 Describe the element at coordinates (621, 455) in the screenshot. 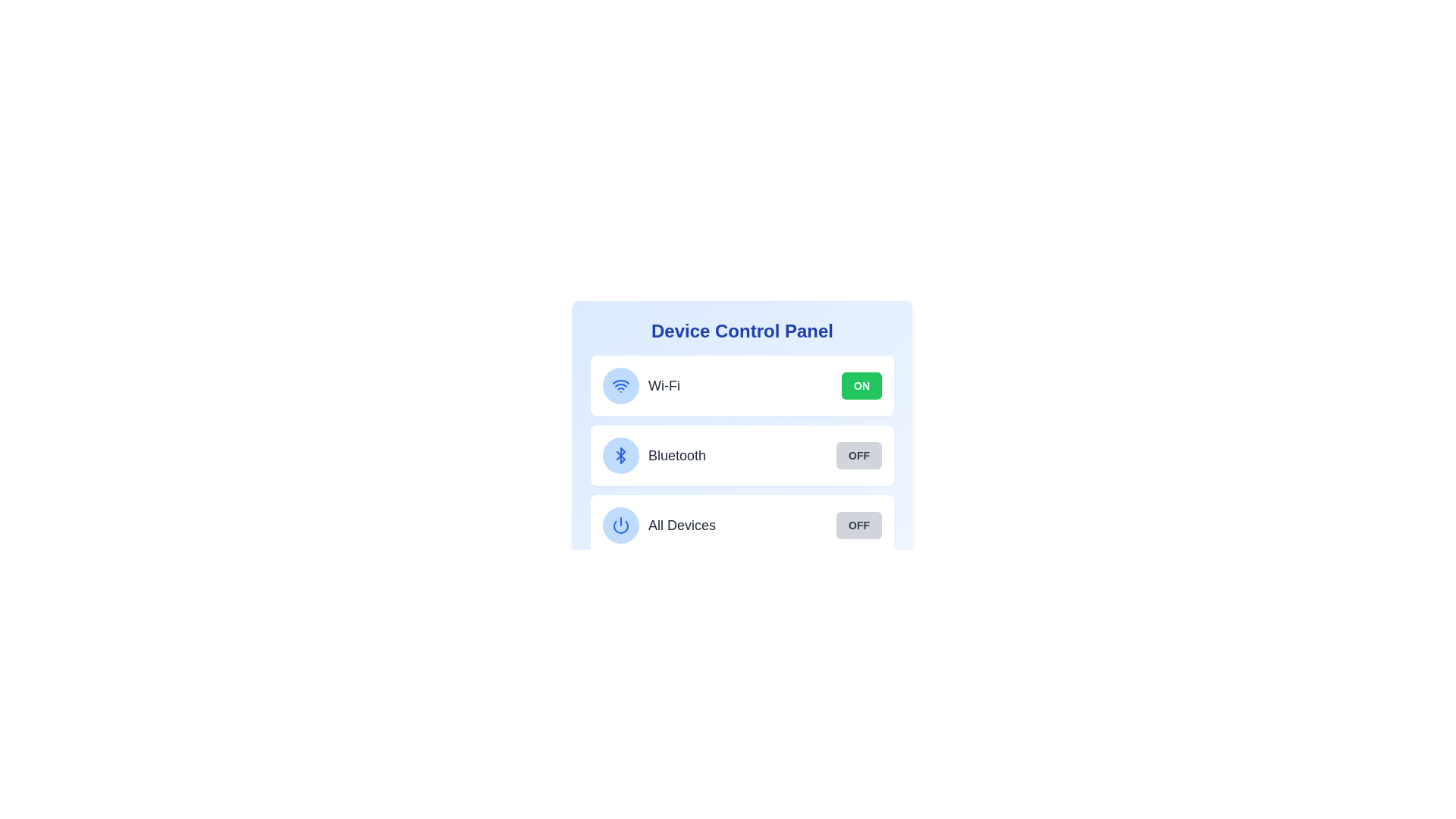

I see `the Bluetooth icon located in the Device Control Panel, positioned next to the 'Bluetooth' label` at that location.